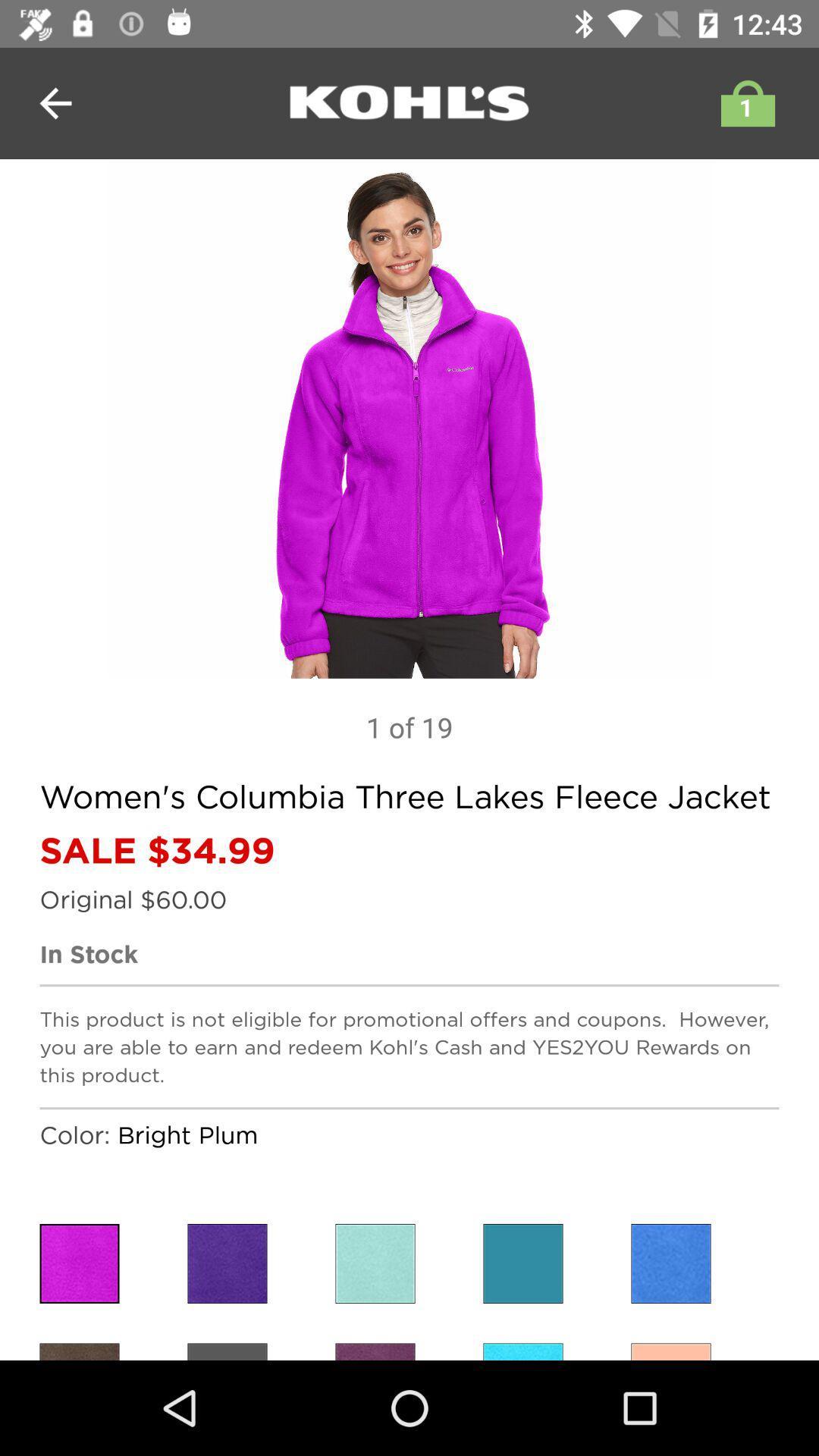 Image resolution: width=819 pixels, height=1456 pixels. Describe the element at coordinates (375, 1351) in the screenshot. I see `selection for a different color jacket` at that location.